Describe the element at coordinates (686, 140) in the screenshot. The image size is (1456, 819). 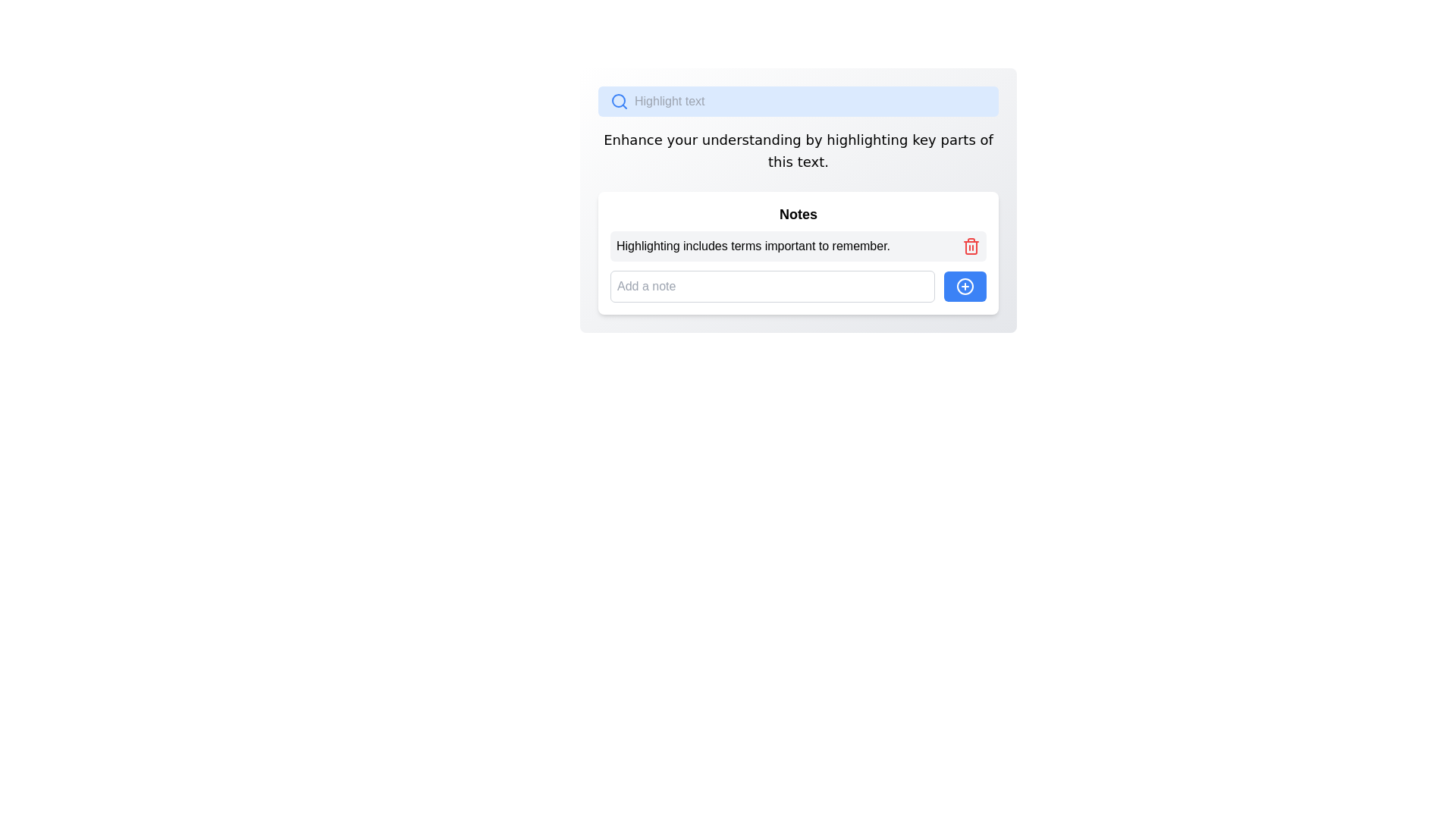
I see `the character 'u' in the phrase 'Enhance your understanding by highlighting key parts of this text.'` at that location.